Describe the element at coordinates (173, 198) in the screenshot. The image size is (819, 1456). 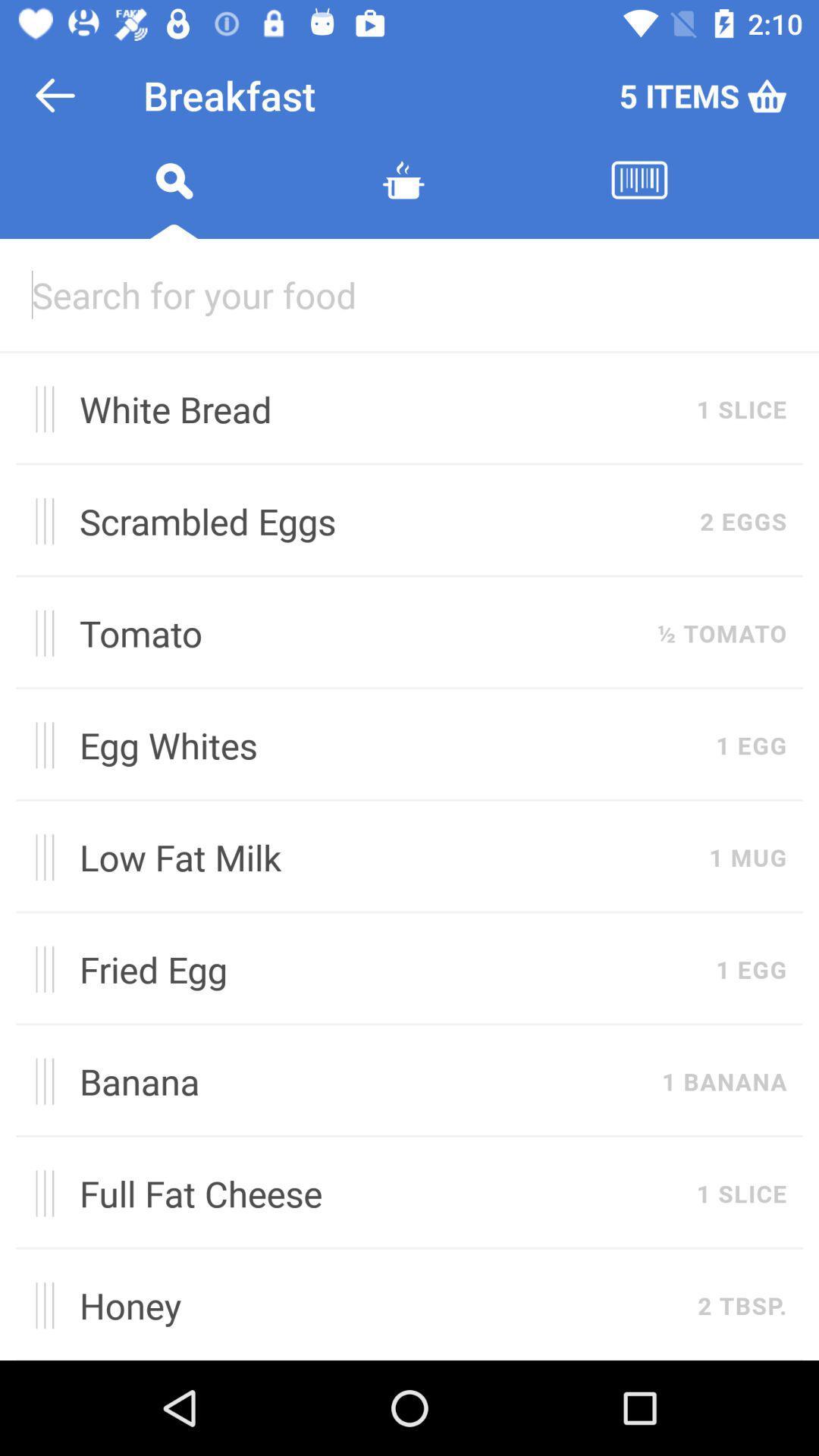
I see `search` at that location.